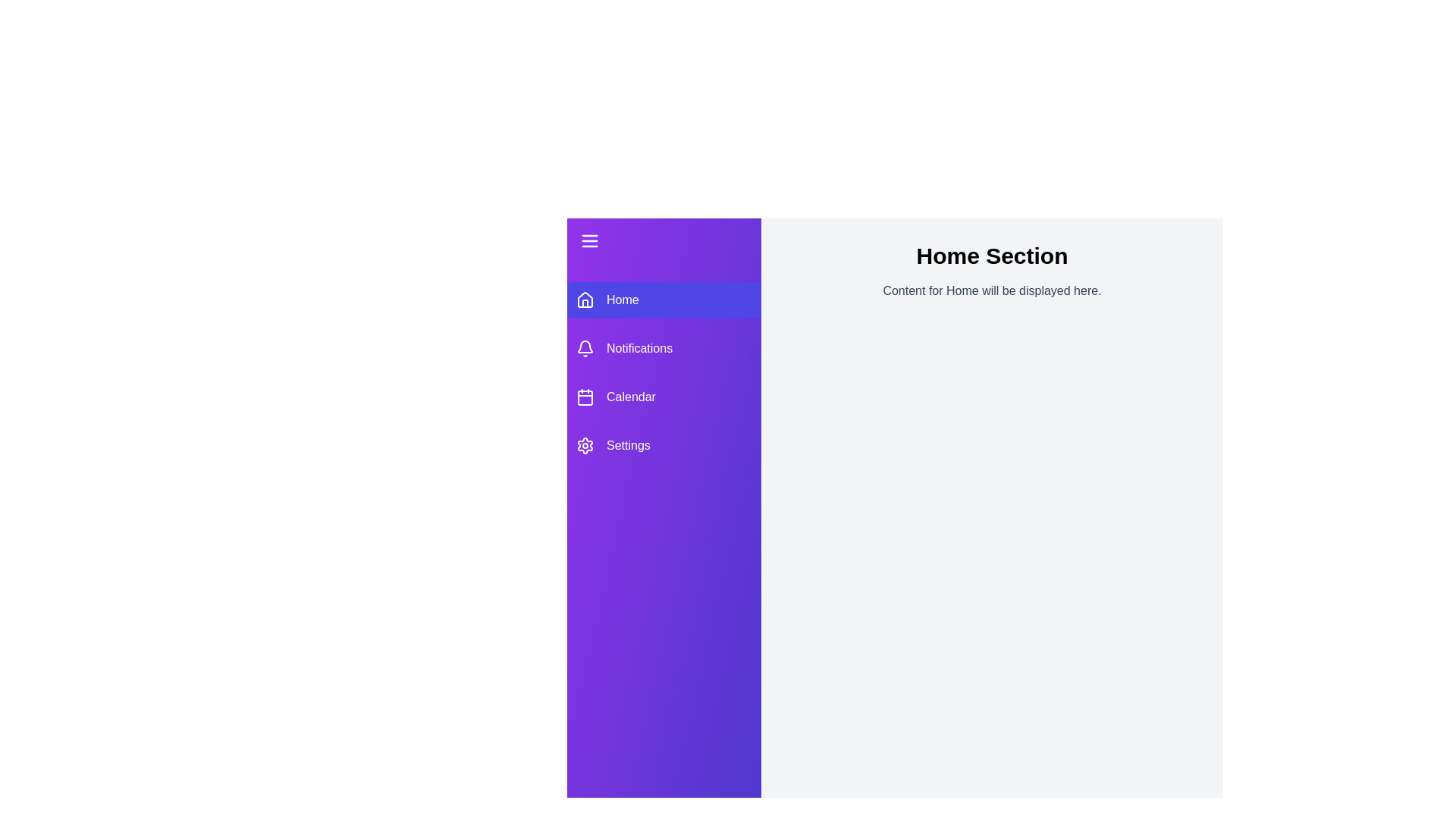 This screenshot has height=819, width=1456. What do you see at coordinates (664, 300) in the screenshot?
I see `the menu item Home in the sidebar` at bounding box center [664, 300].